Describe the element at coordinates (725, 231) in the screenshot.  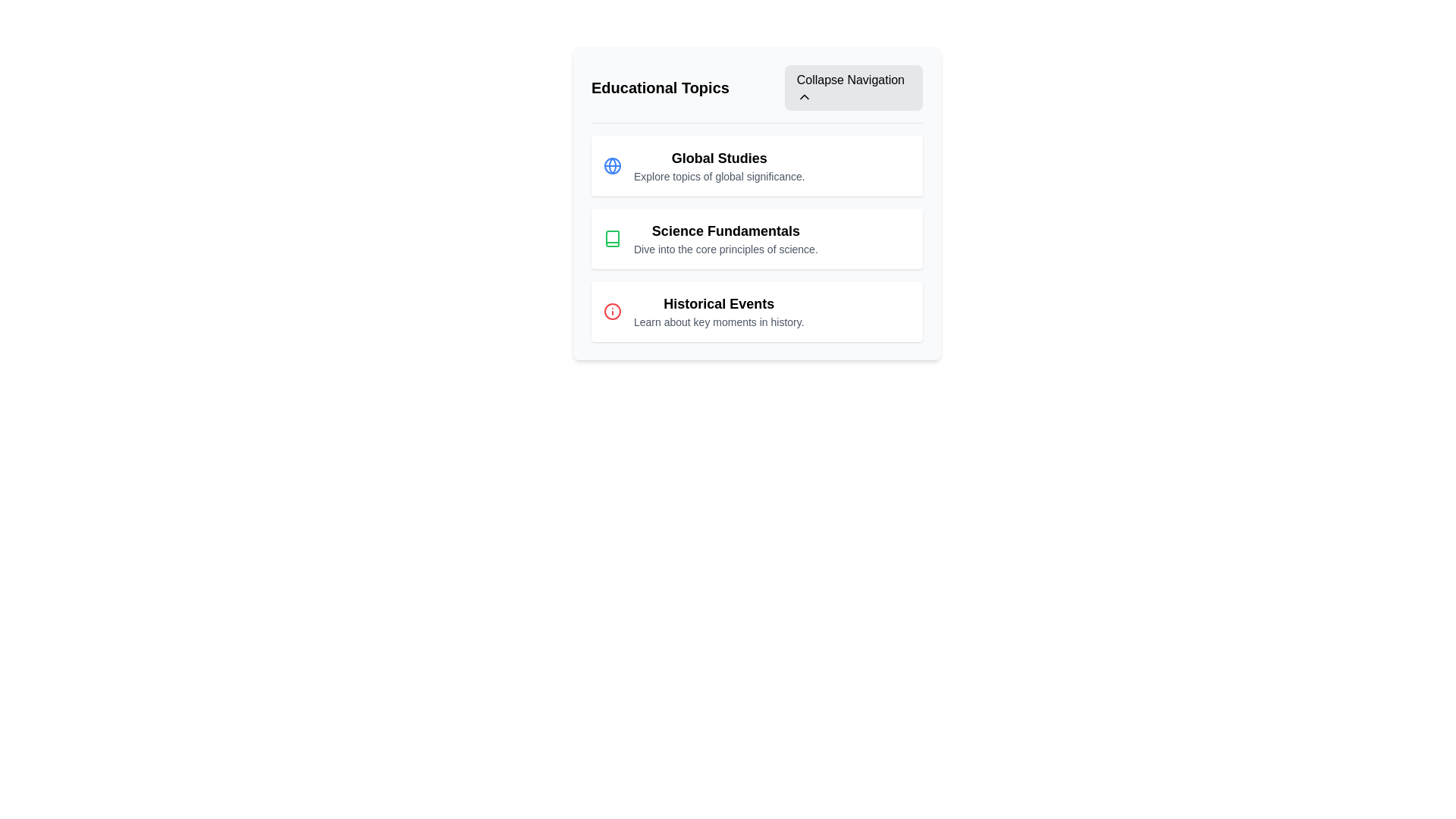
I see `the 'Science Fundamentals' title text label located in the second row of the 'Educational Topics' card, which is centered horizontally in the card` at that location.